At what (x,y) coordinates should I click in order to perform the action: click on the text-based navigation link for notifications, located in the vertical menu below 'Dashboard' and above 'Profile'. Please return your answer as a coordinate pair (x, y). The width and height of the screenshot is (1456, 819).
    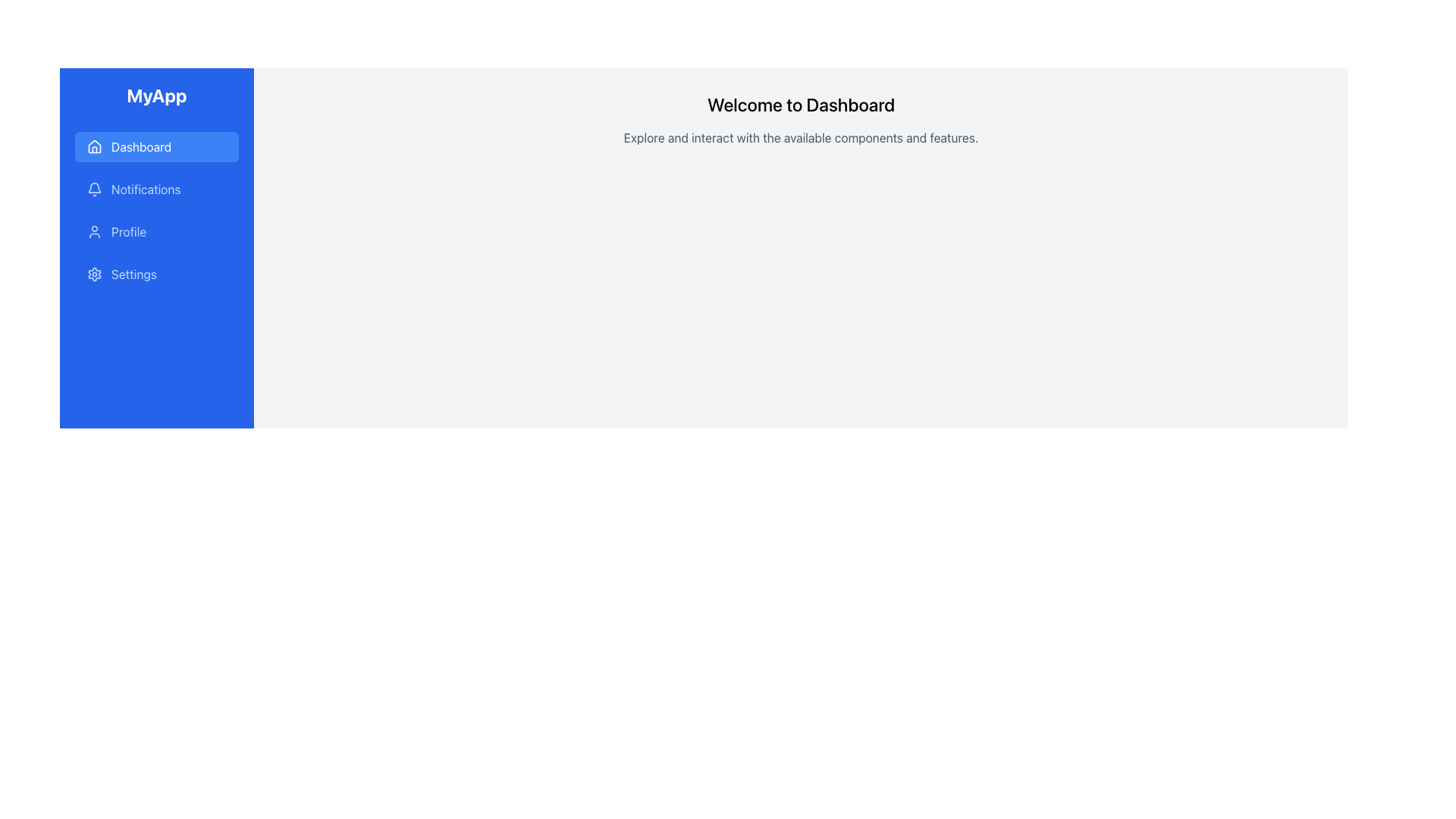
    Looking at the image, I should click on (146, 189).